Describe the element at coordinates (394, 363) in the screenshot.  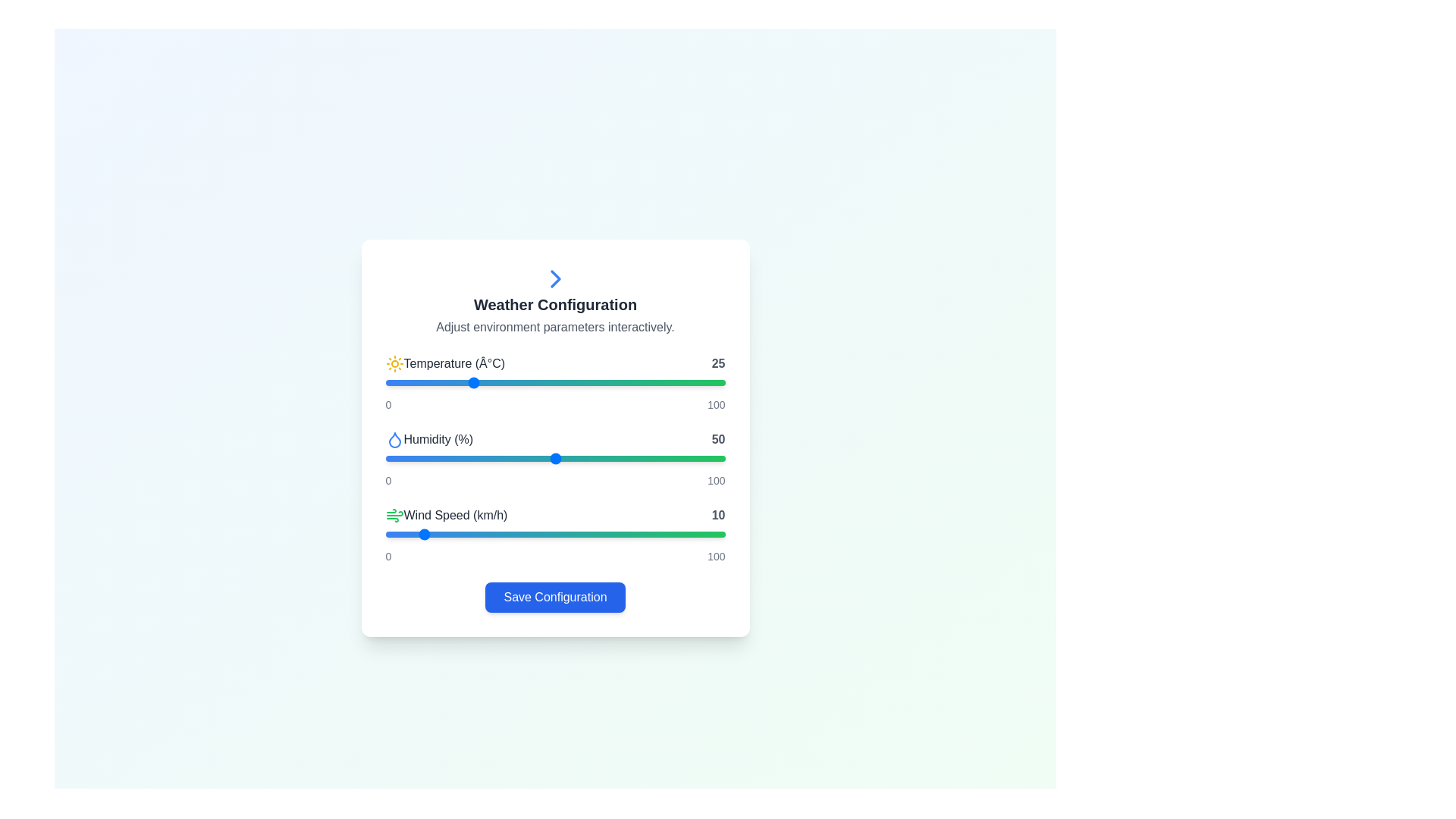
I see `the Temperature icon located to the left of the 'Temperature (°C)' text in the Weather Configuration card` at that location.